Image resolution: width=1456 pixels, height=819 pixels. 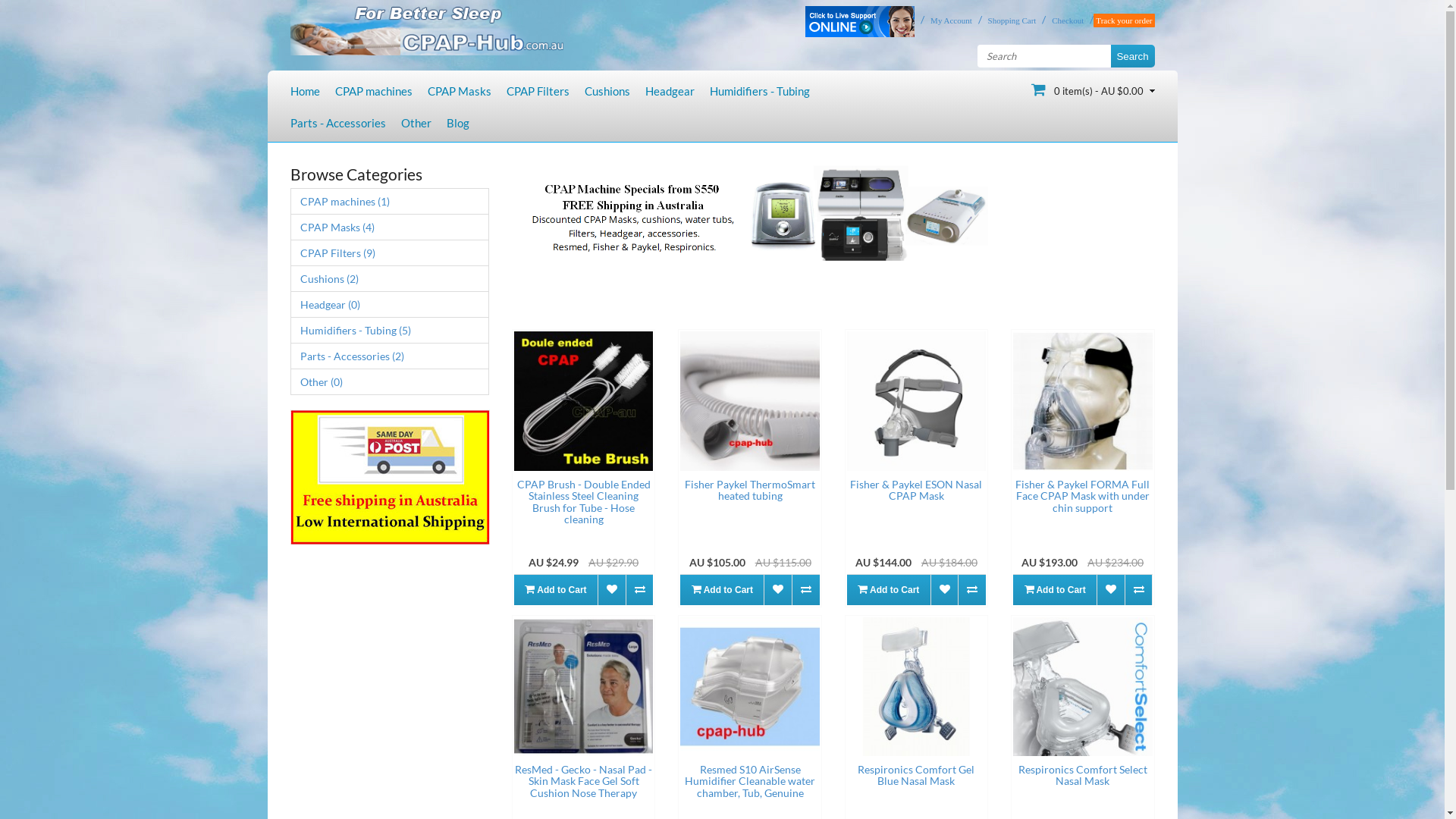 What do you see at coordinates (888, 589) in the screenshot?
I see `'Add to Cart'` at bounding box center [888, 589].